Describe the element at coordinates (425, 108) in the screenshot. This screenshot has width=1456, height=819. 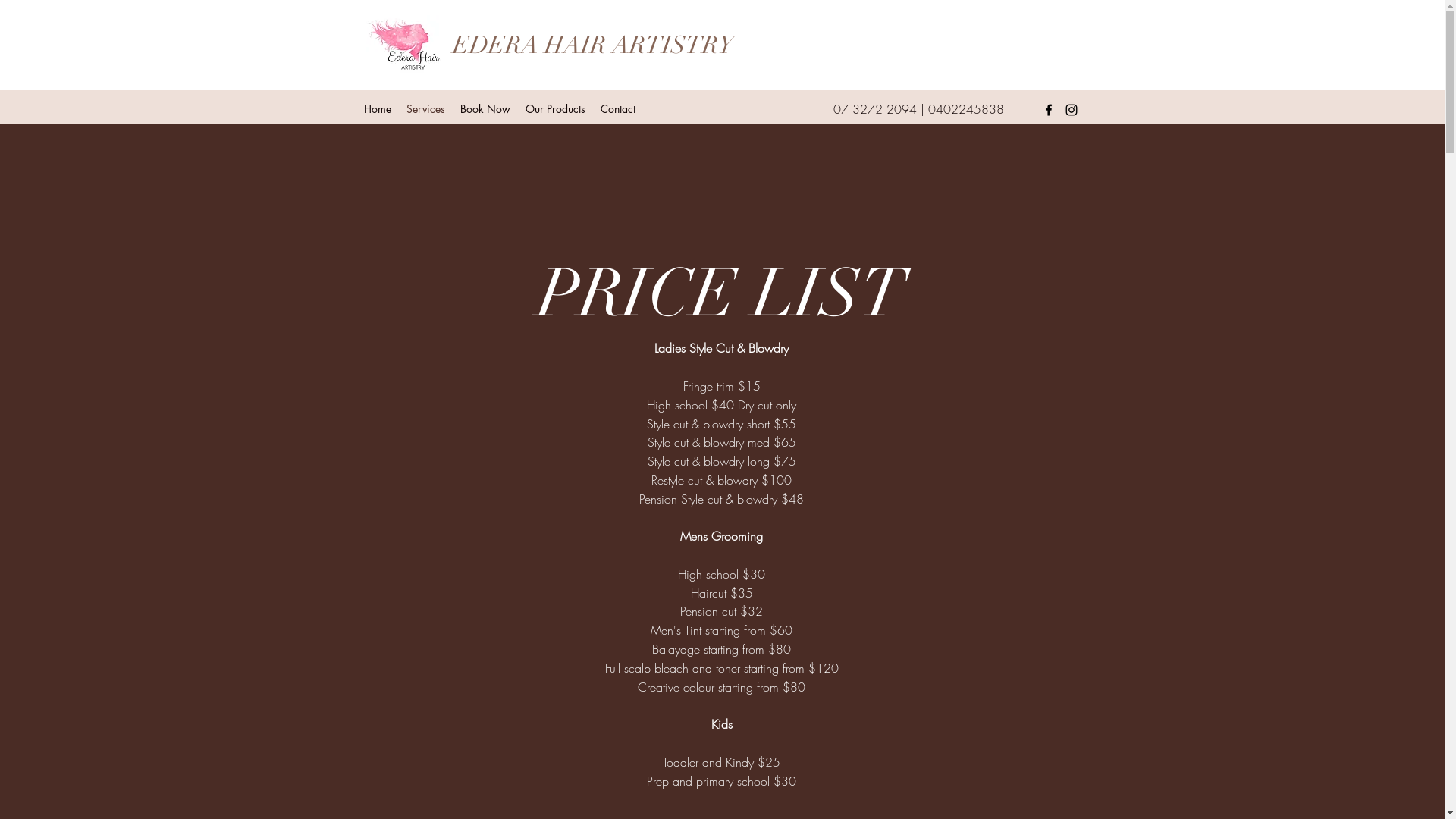
I see `'Services'` at that location.